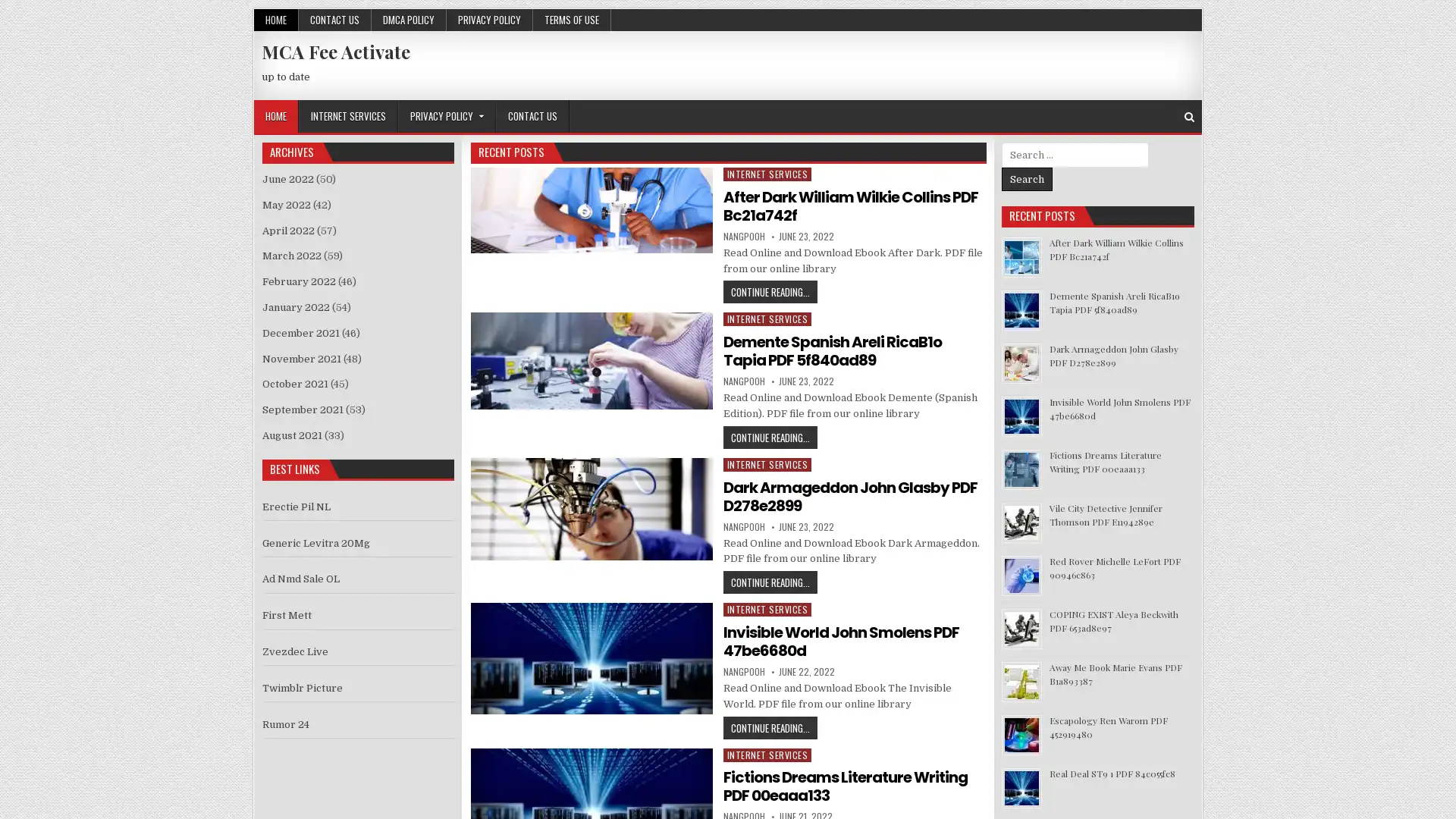 The image size is (1456, 819). Describe the element at coordinates (1027, 178) in the screenshot. I see `Search` at that location.